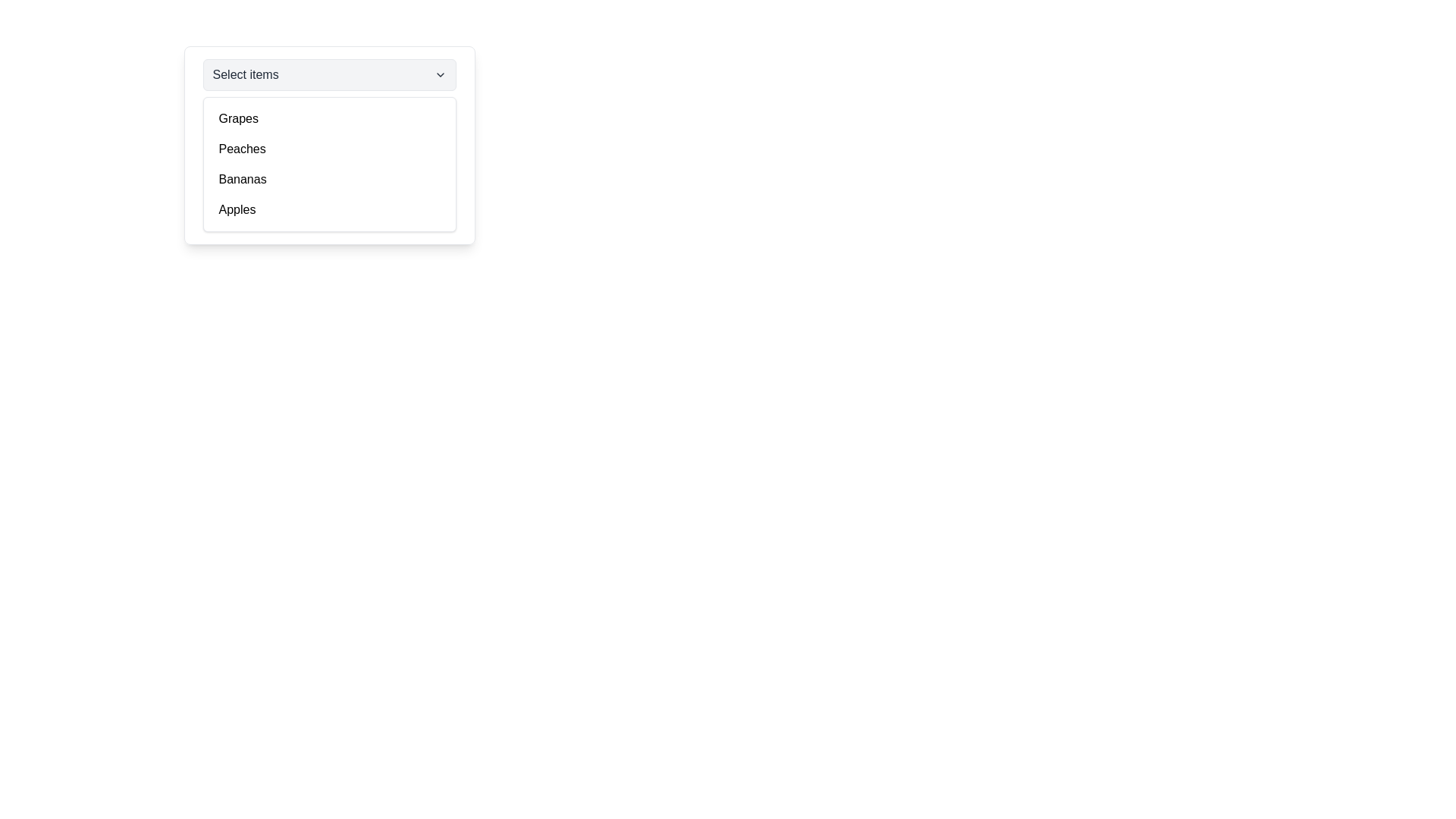  What do you see at coordinates (328, 149) in the screenshot?
I see `the list item labeled 'Peaches' in the dropdown menu` at bounding box center [328, 149].